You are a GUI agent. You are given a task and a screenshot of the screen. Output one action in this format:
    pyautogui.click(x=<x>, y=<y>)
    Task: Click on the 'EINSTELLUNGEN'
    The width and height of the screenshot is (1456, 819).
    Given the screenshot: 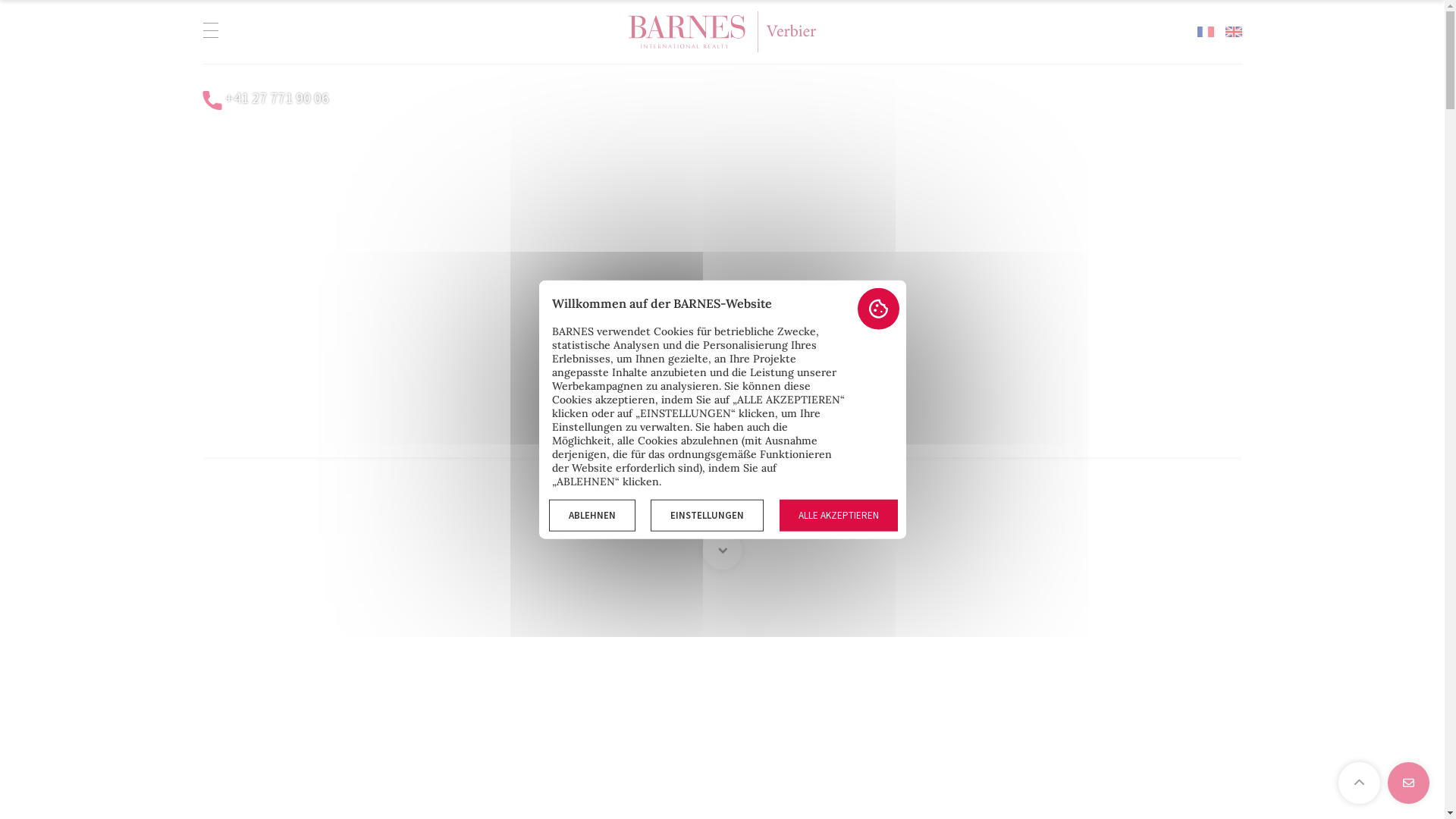 What is the action you would take?
    pyautogui.click(x=706, y=514)
    